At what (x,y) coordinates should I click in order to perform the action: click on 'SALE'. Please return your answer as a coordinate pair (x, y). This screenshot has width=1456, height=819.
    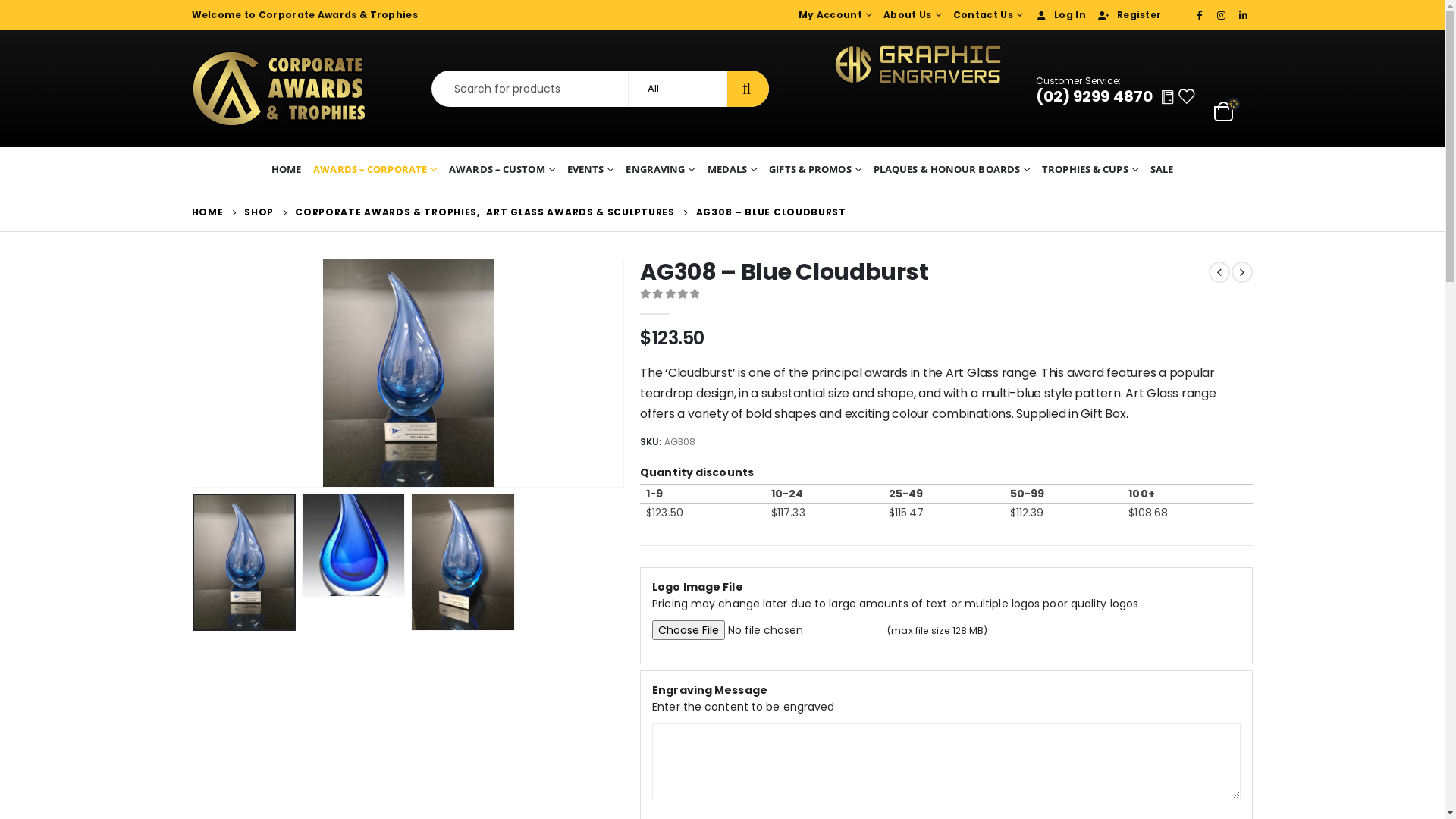
    Looking at the image, I should click on (1160, 169).